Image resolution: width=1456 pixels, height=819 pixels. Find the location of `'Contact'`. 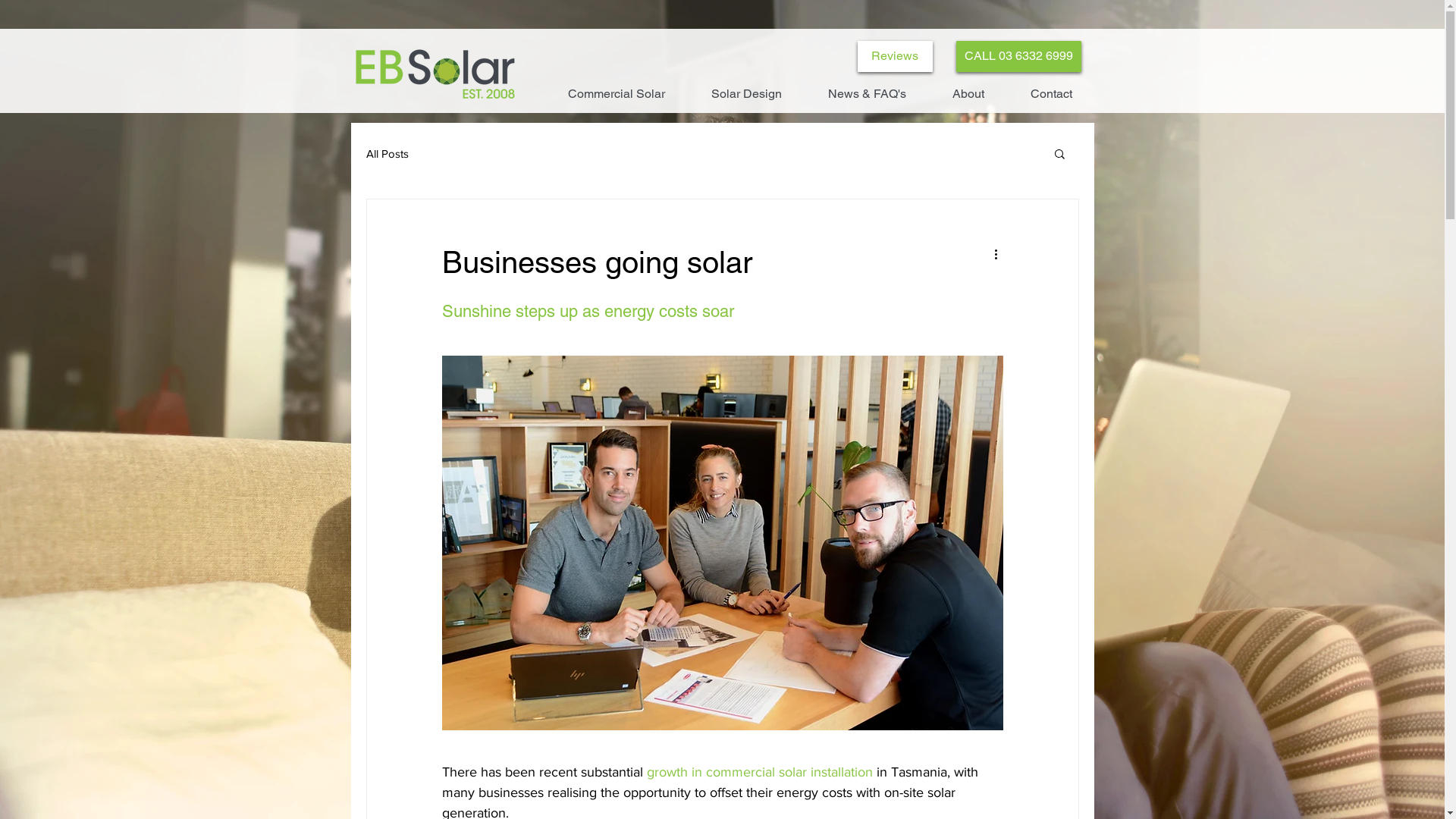

'Contact' is located at coordinates (1050, 93).